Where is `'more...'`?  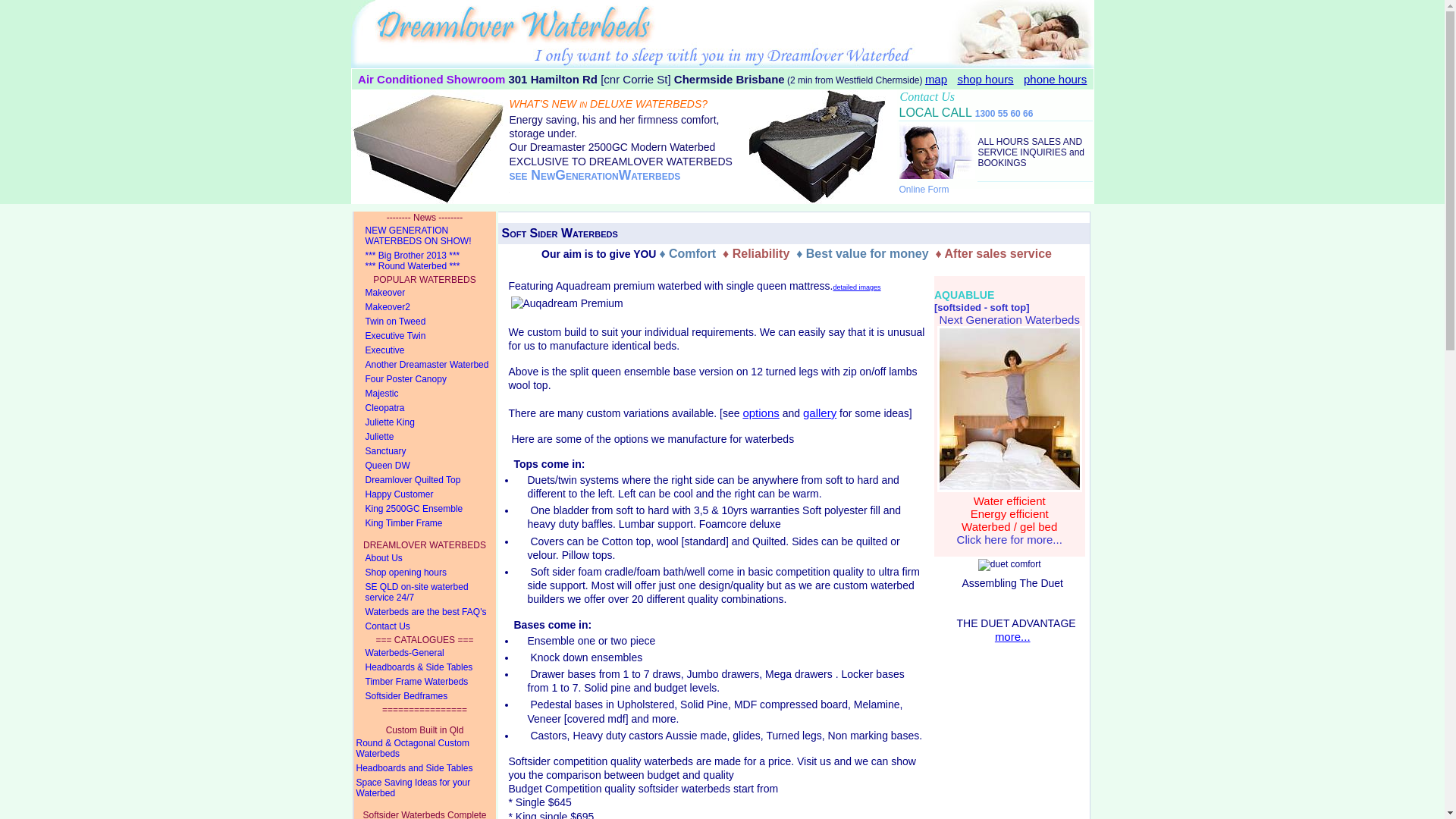 'more...' is located at coordinates (1012, 636).